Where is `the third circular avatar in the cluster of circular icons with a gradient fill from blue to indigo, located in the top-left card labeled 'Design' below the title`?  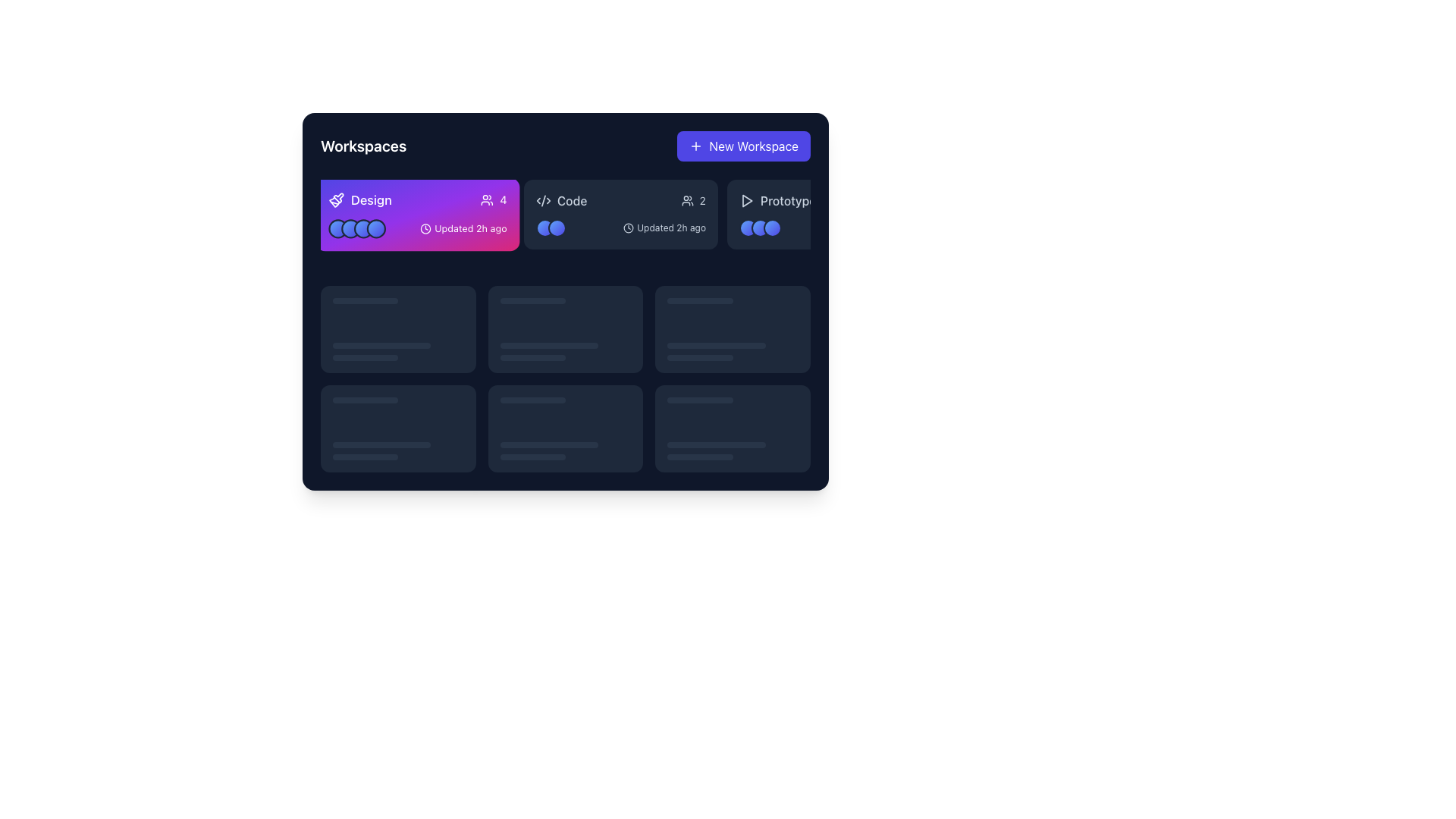 the third circular avatar in the cluster of circular icons with a gradient fill from blue to indigo, located in the top-left card labeled 'Design' below the title is located at coordinates (356, 228).